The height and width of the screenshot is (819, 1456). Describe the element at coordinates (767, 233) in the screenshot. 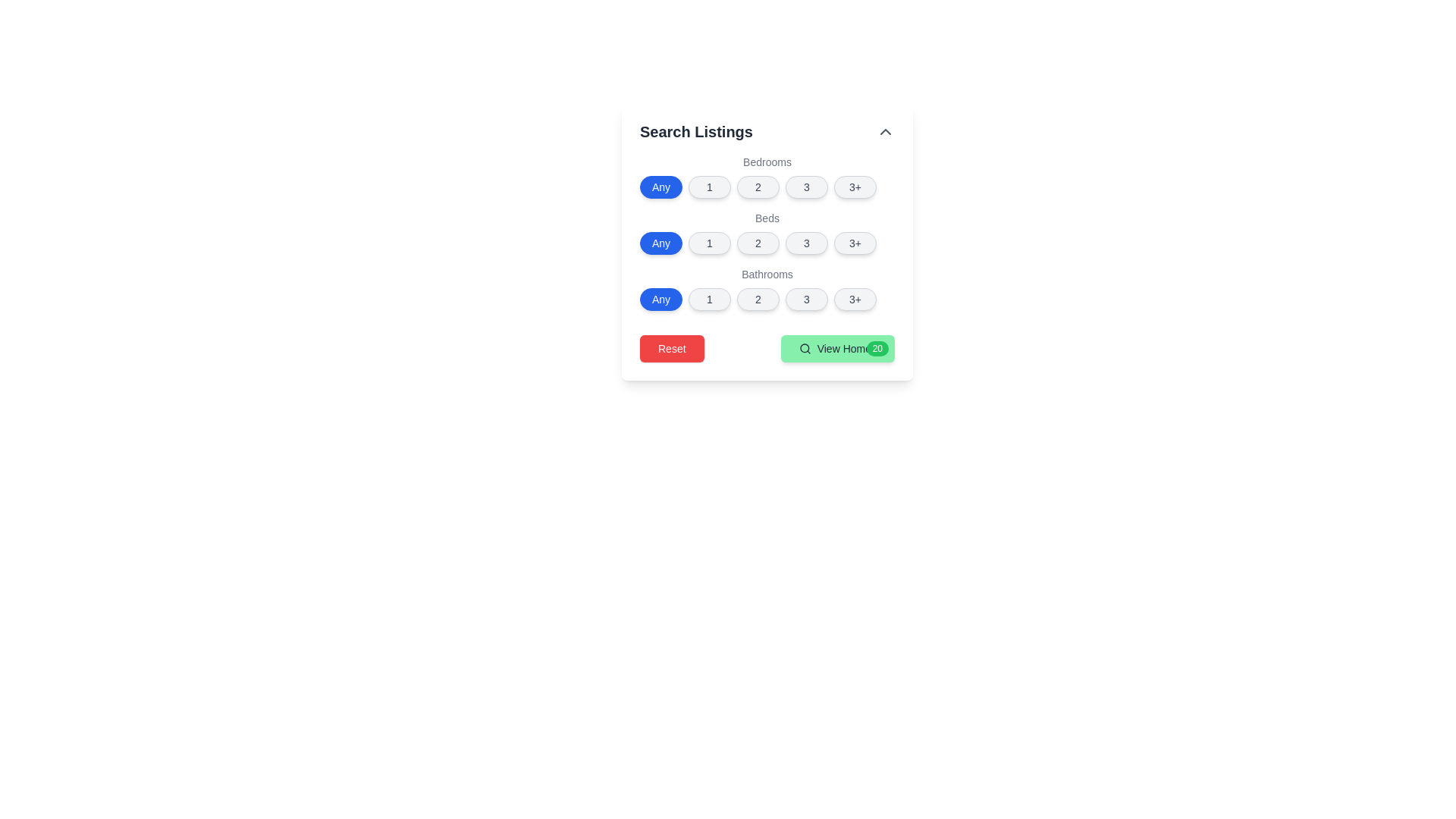

I see `the interactive button group for selecting the count of beds, which includes buttons labeled 'Any', '1', '2', '3', and '3+'` at that location.